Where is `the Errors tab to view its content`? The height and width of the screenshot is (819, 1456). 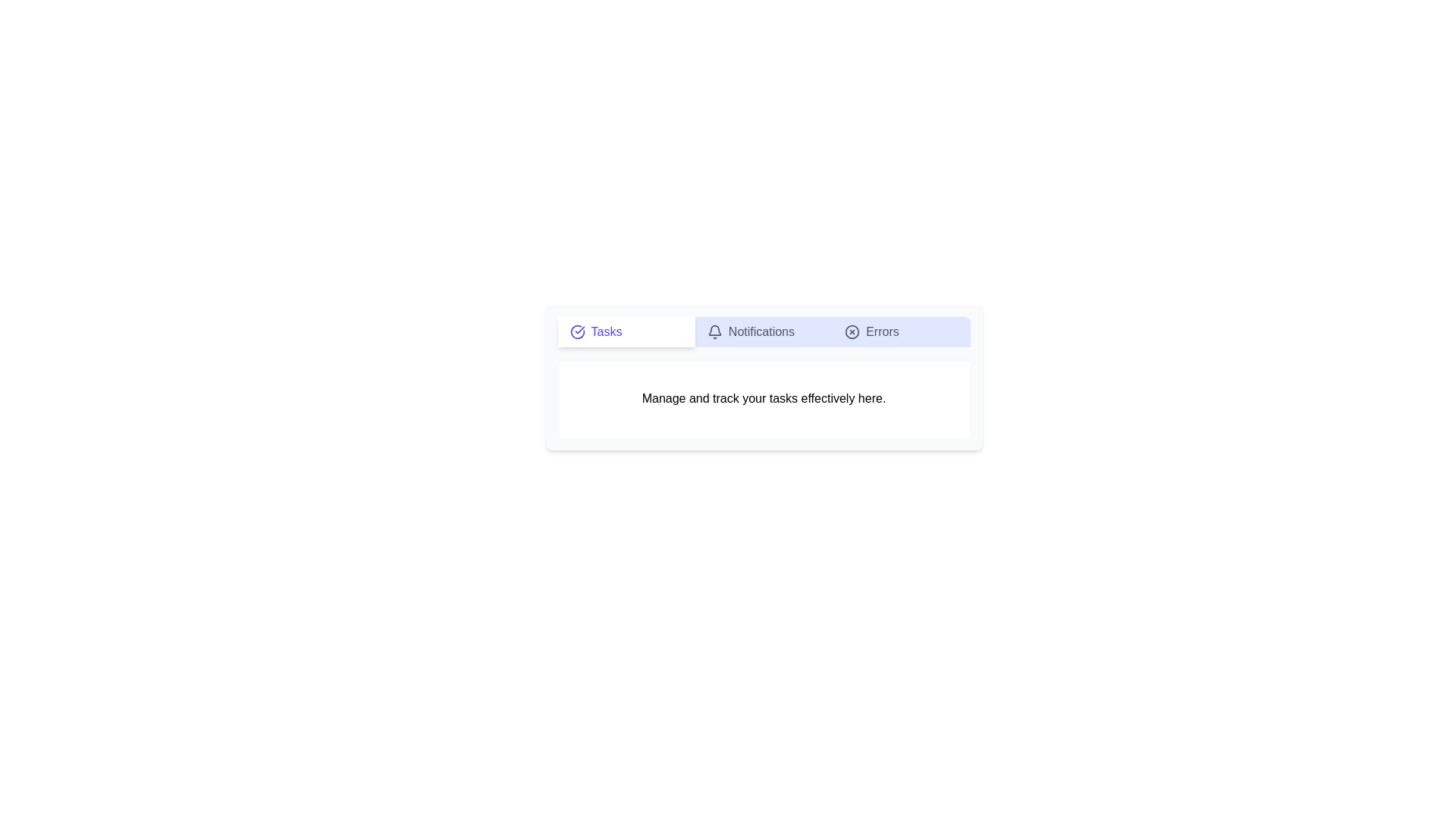 the Errors tab to view its content is located at coordinates (901, 331).